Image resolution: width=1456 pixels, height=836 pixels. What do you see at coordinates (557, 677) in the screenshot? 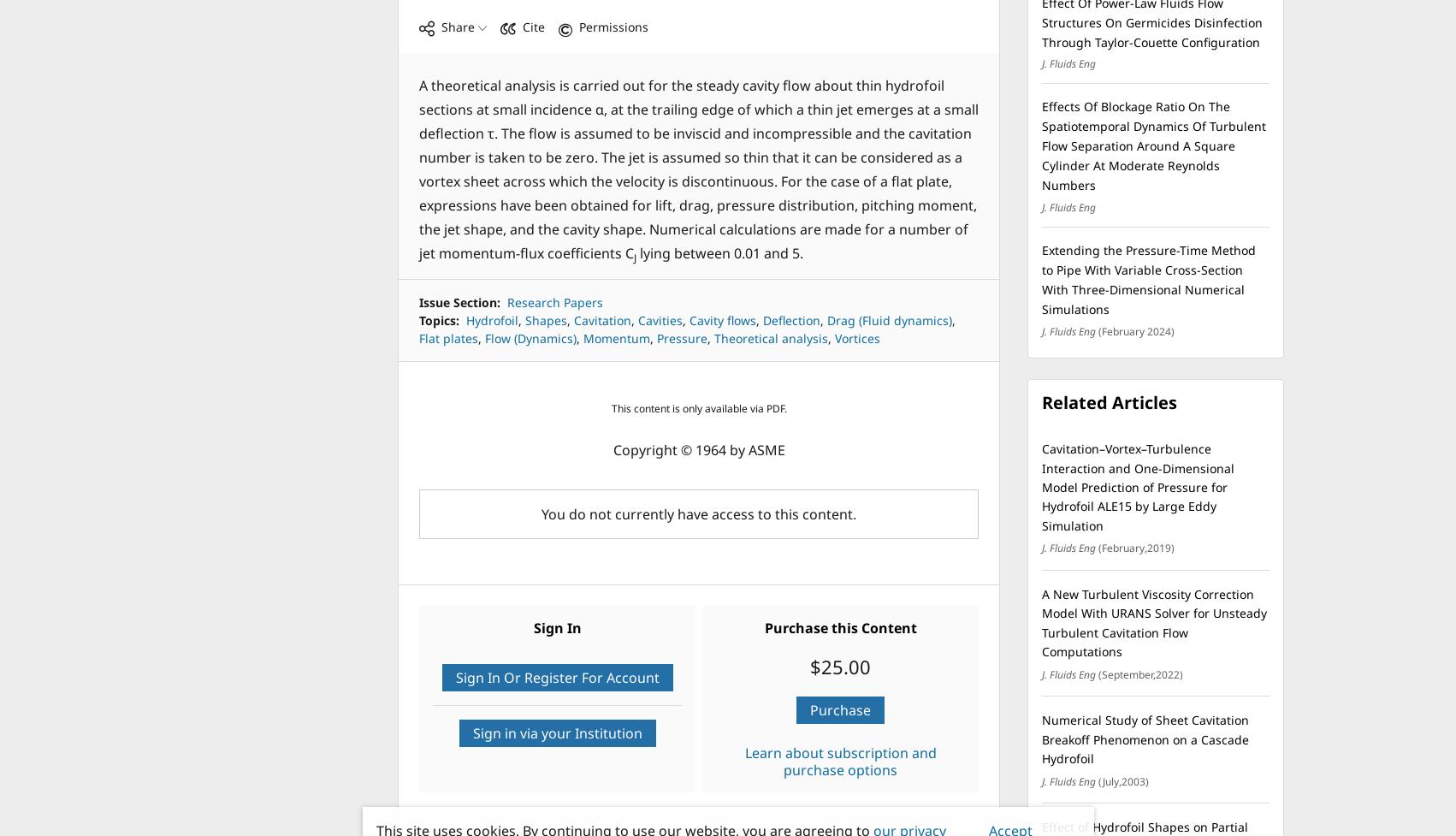
I see `'Sign In Or Register For Account'` at bounding box center [557, 677].